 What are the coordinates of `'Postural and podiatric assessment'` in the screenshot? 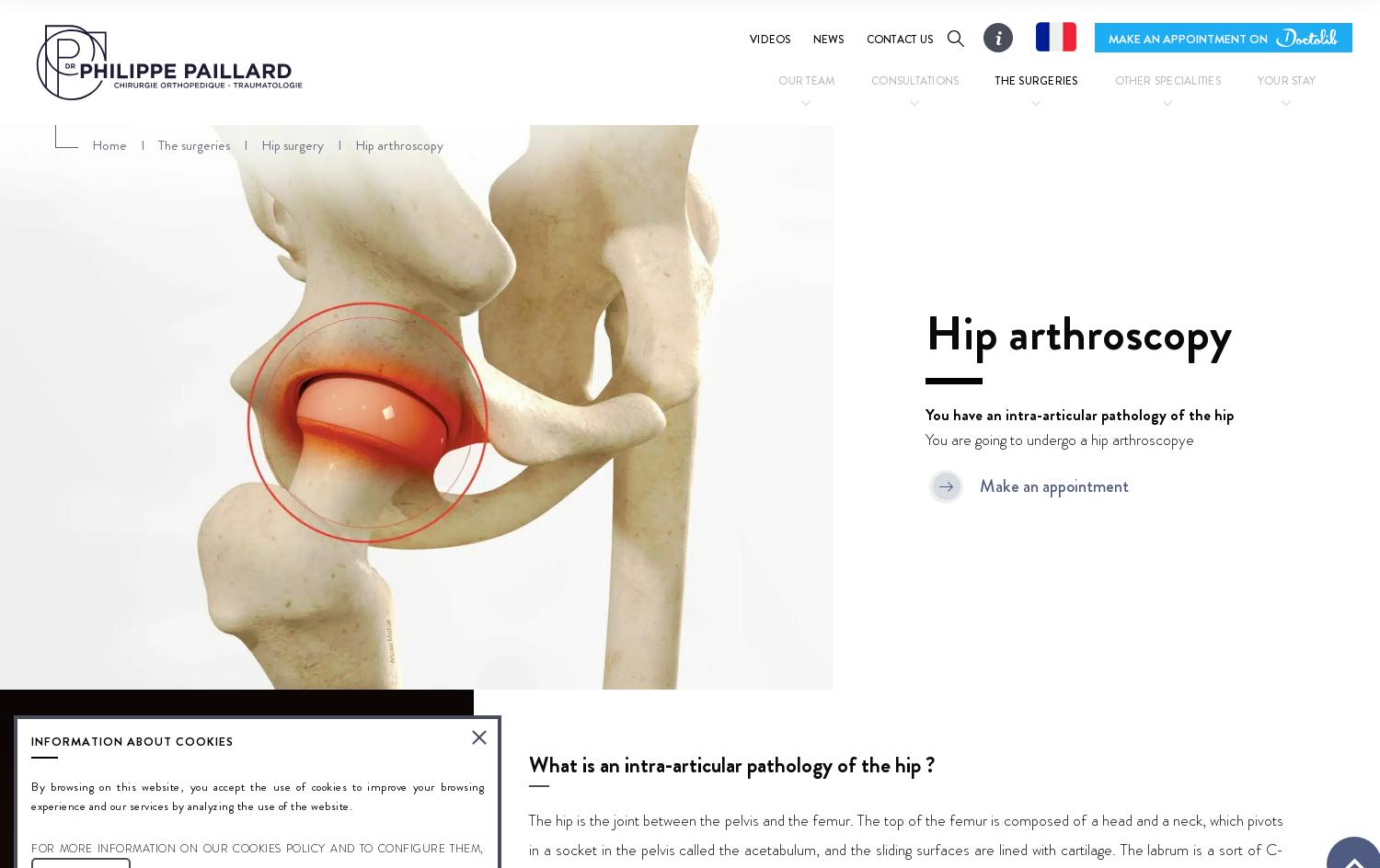 It's located at (1182, 221).